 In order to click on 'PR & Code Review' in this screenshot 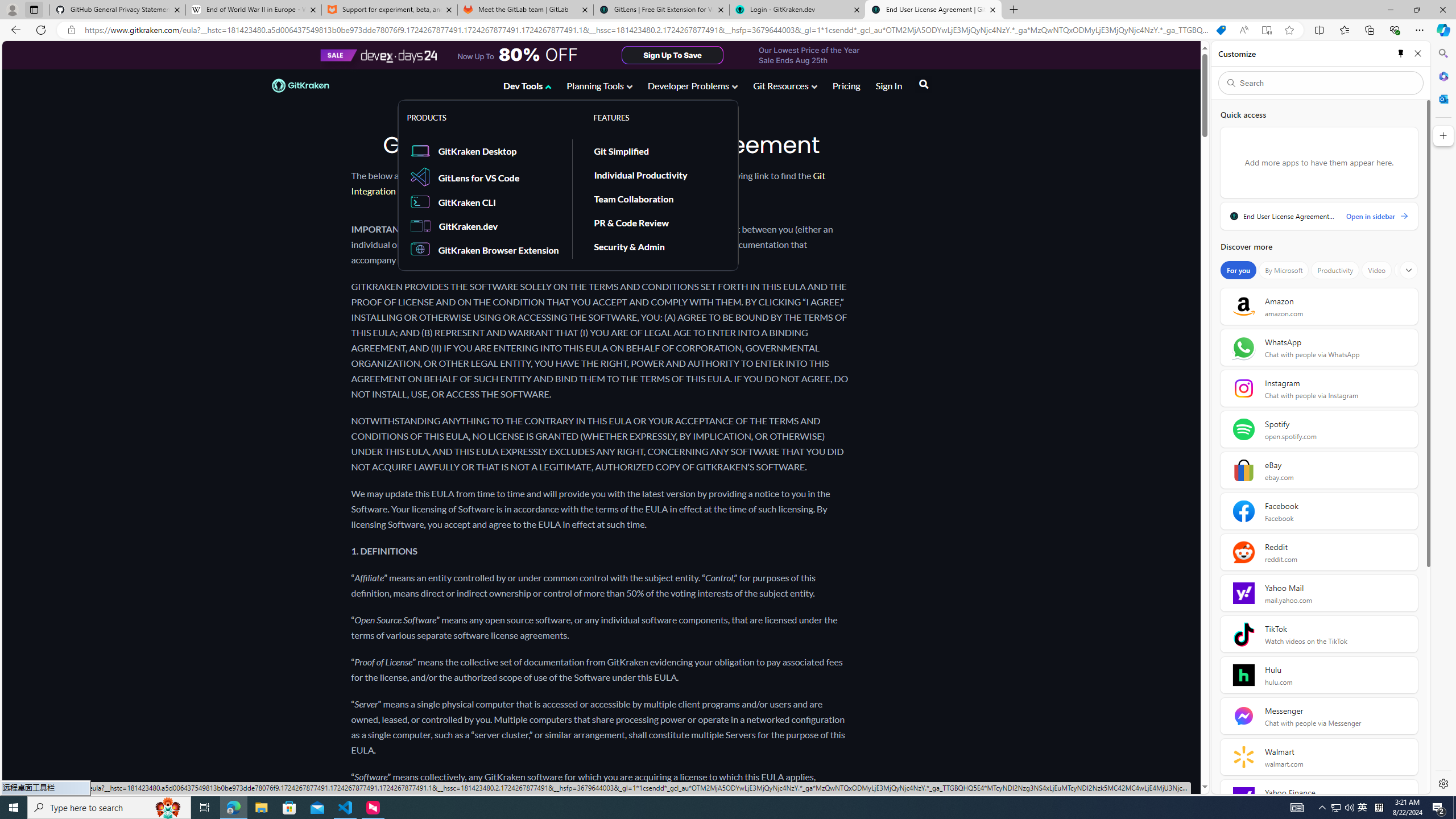, I will do `click(630, 222)`.